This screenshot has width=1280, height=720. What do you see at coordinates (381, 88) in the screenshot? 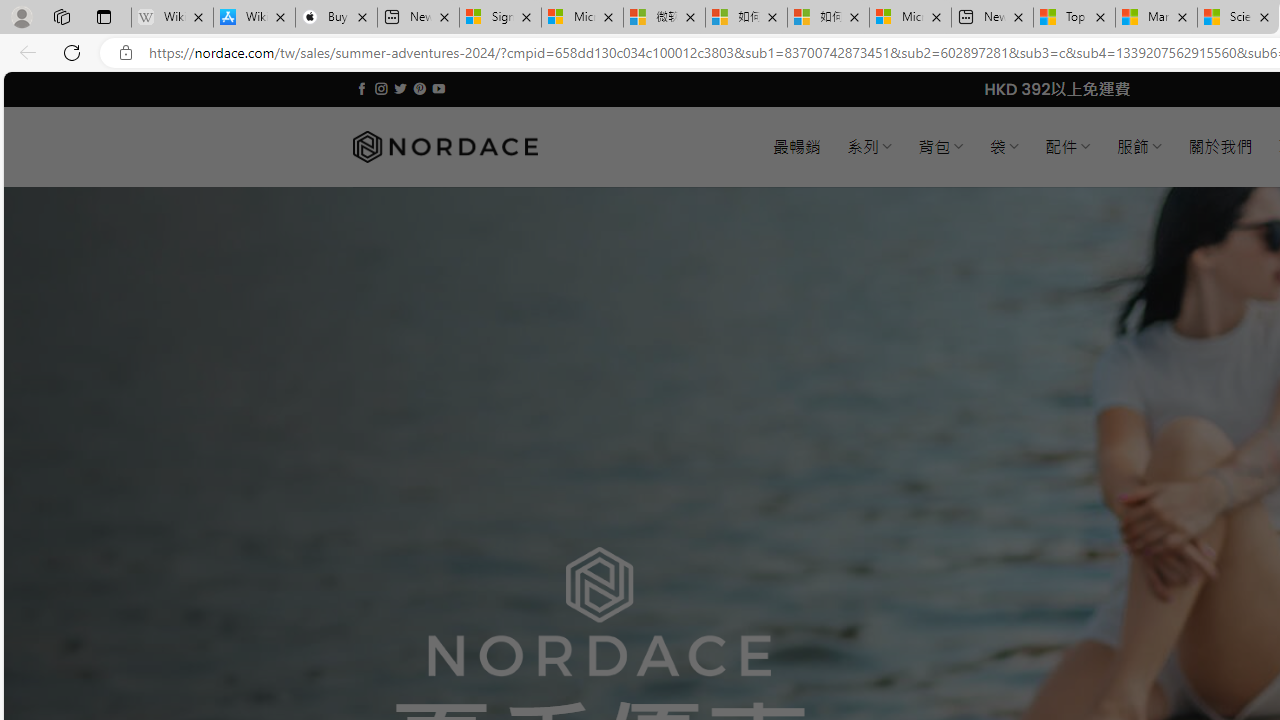
I see `'Follow on Instagram'` at bounding box center [381, 88].